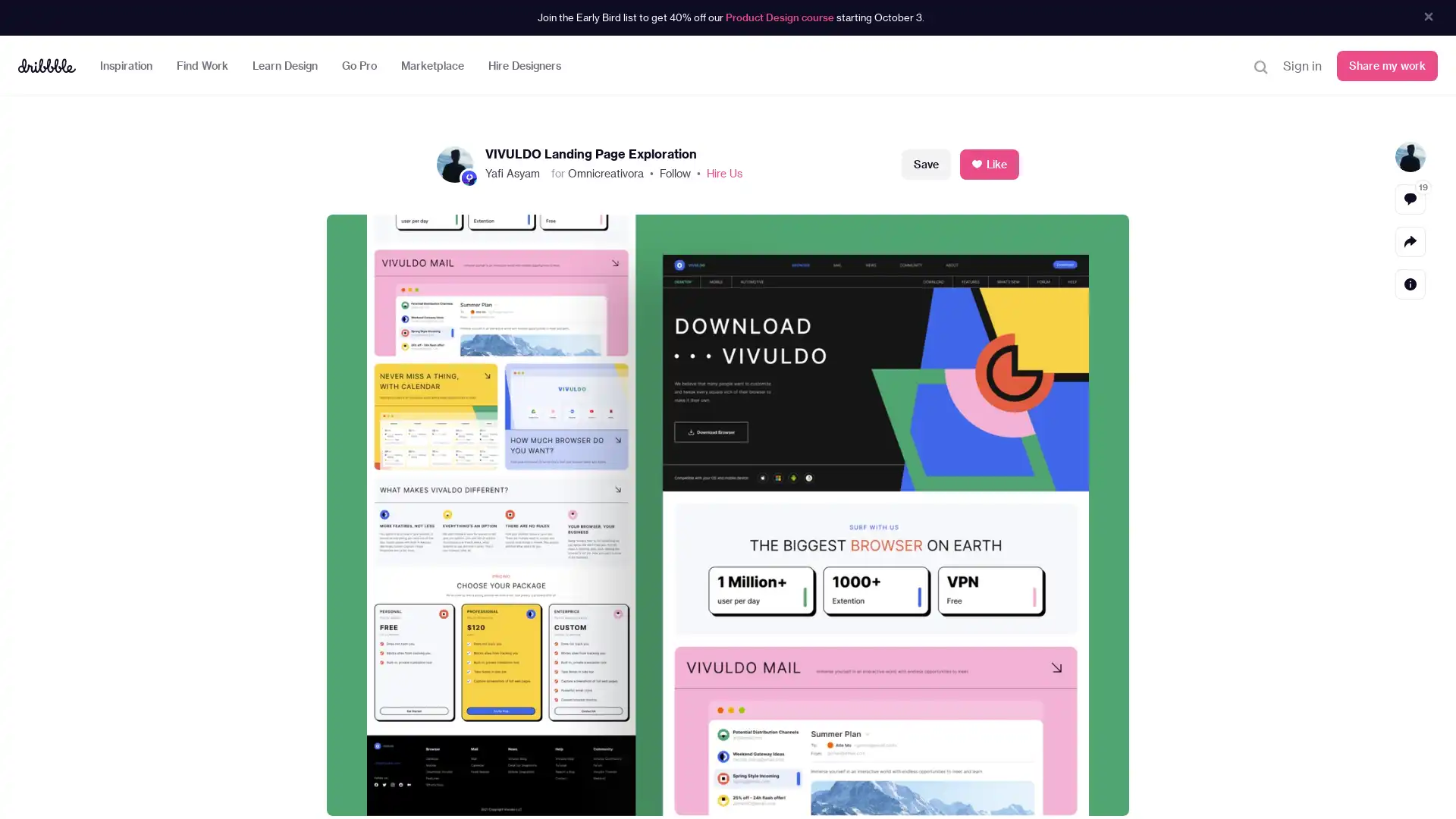 The height and width of the screenshot is (819, 1456). I want to click on Detail actions, so click(1410, 284).